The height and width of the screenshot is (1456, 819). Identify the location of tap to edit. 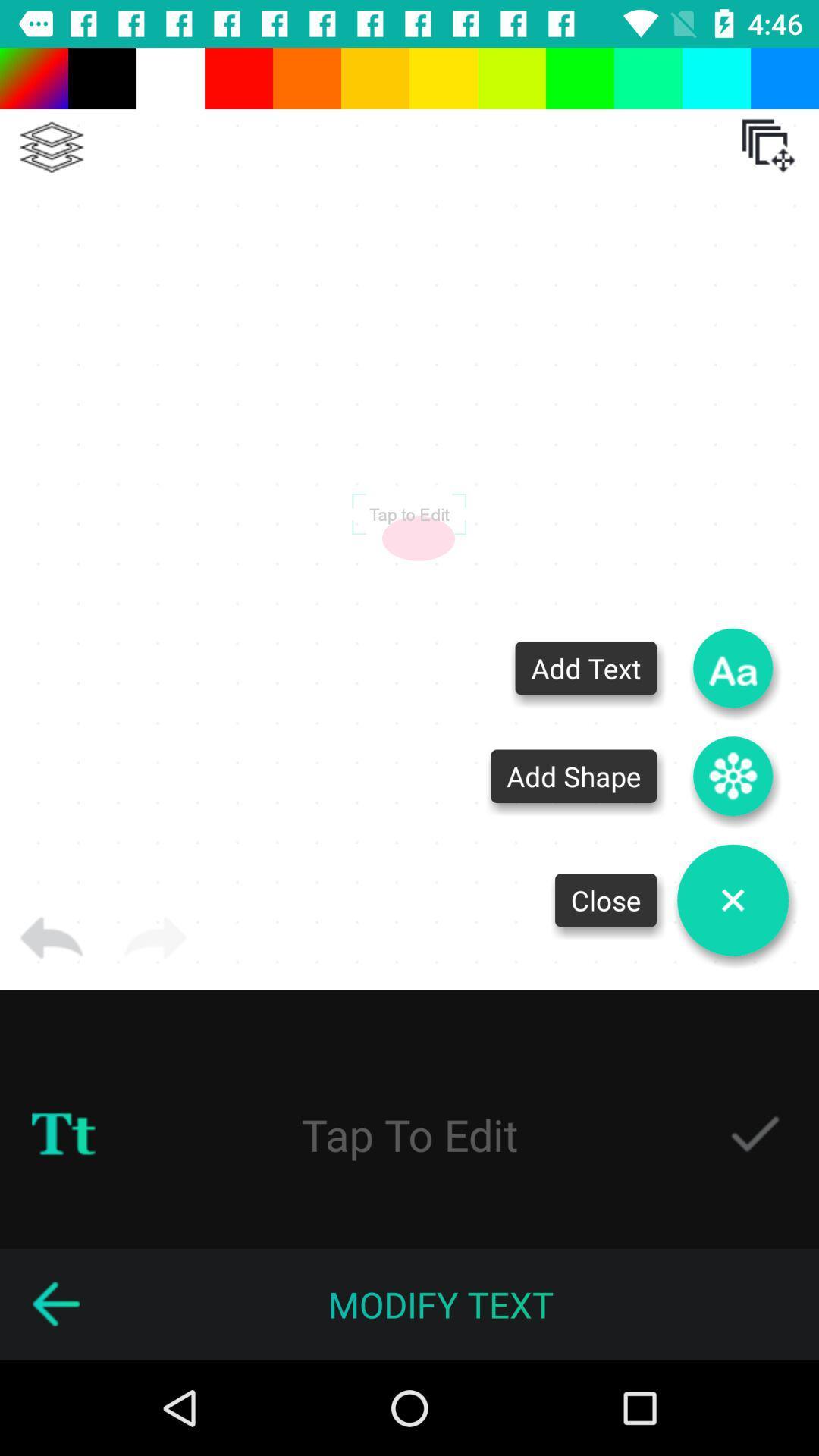
(409, 1134).